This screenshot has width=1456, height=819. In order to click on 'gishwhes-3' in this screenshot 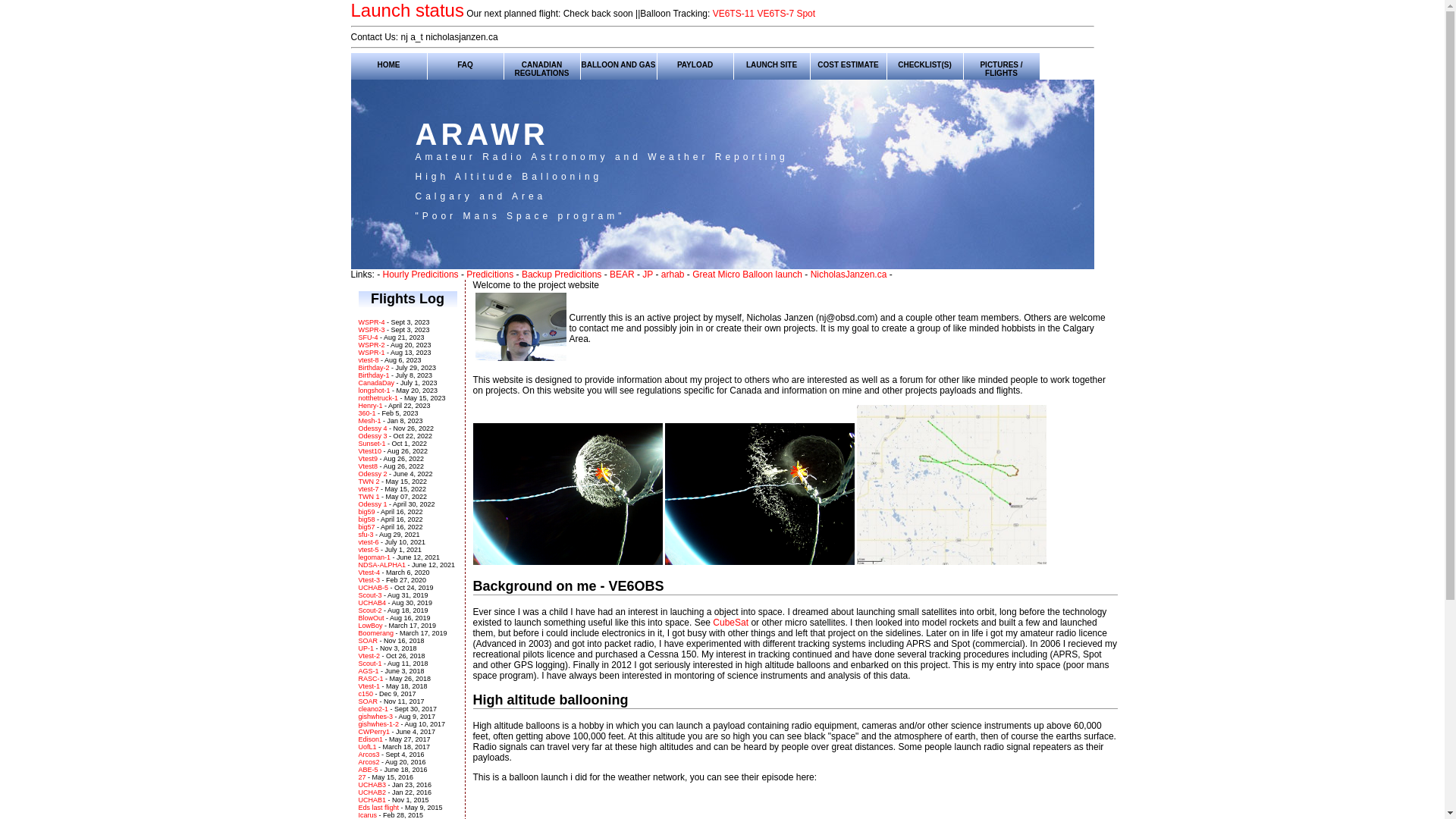, I will do `click(375, 717)`.